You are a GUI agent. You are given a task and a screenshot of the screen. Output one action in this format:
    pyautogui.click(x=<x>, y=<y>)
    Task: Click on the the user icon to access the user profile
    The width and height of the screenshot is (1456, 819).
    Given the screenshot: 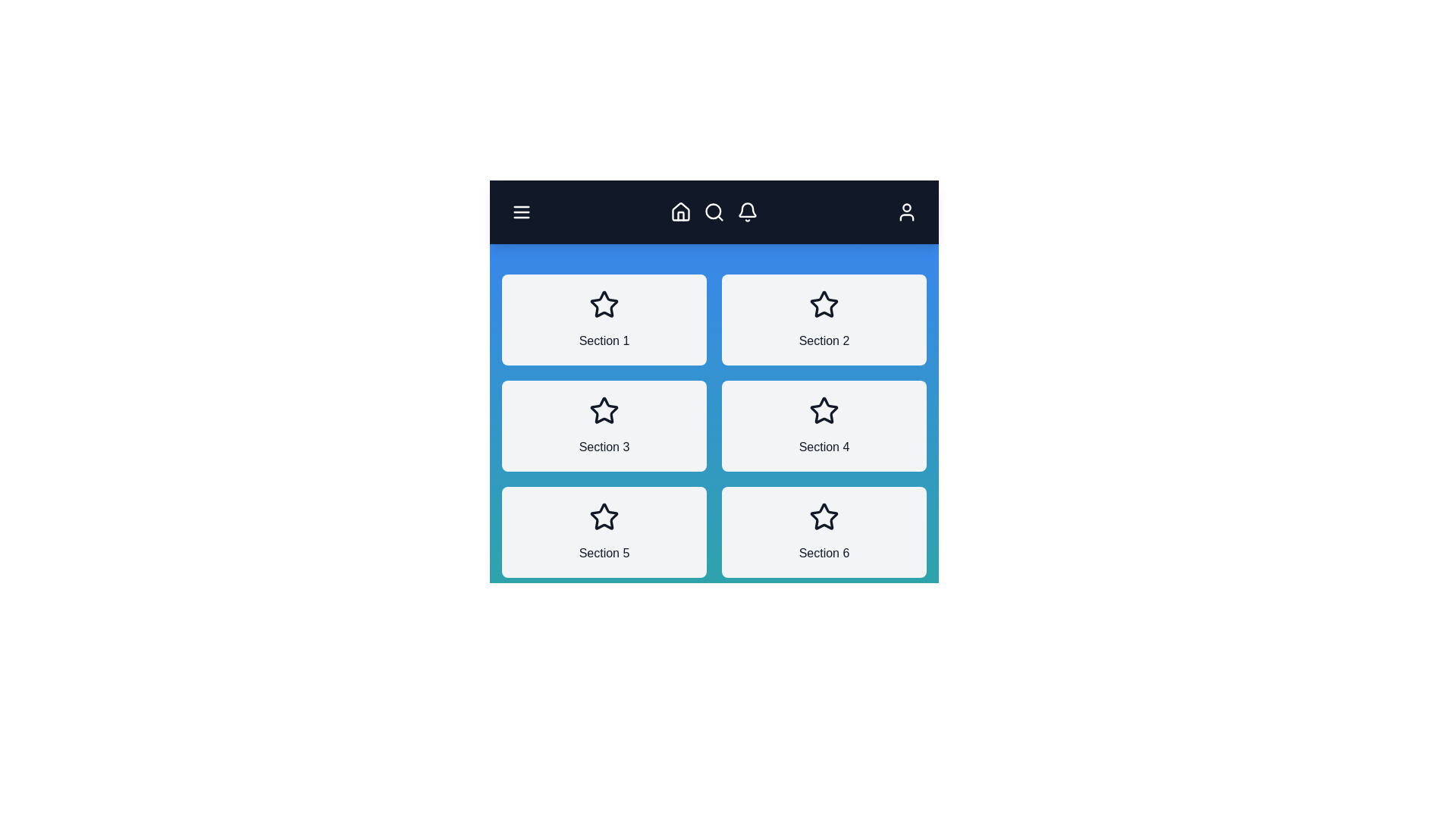 What is the action you would take?
    pyautogui.click(x=906, y=212)
    